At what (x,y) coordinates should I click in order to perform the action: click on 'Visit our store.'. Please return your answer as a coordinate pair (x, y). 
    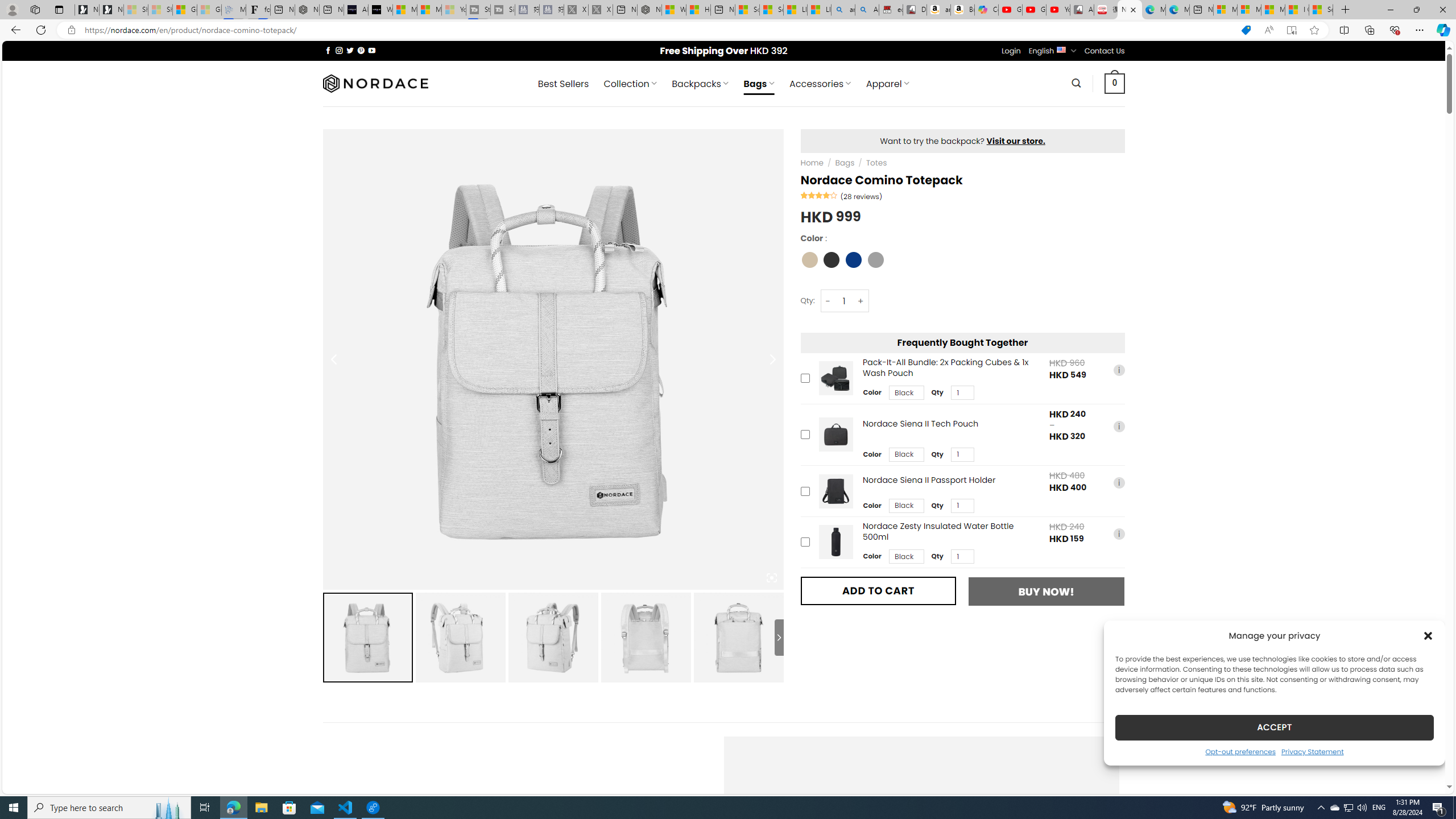
    Looking at the image, I should click on (1015, 140).